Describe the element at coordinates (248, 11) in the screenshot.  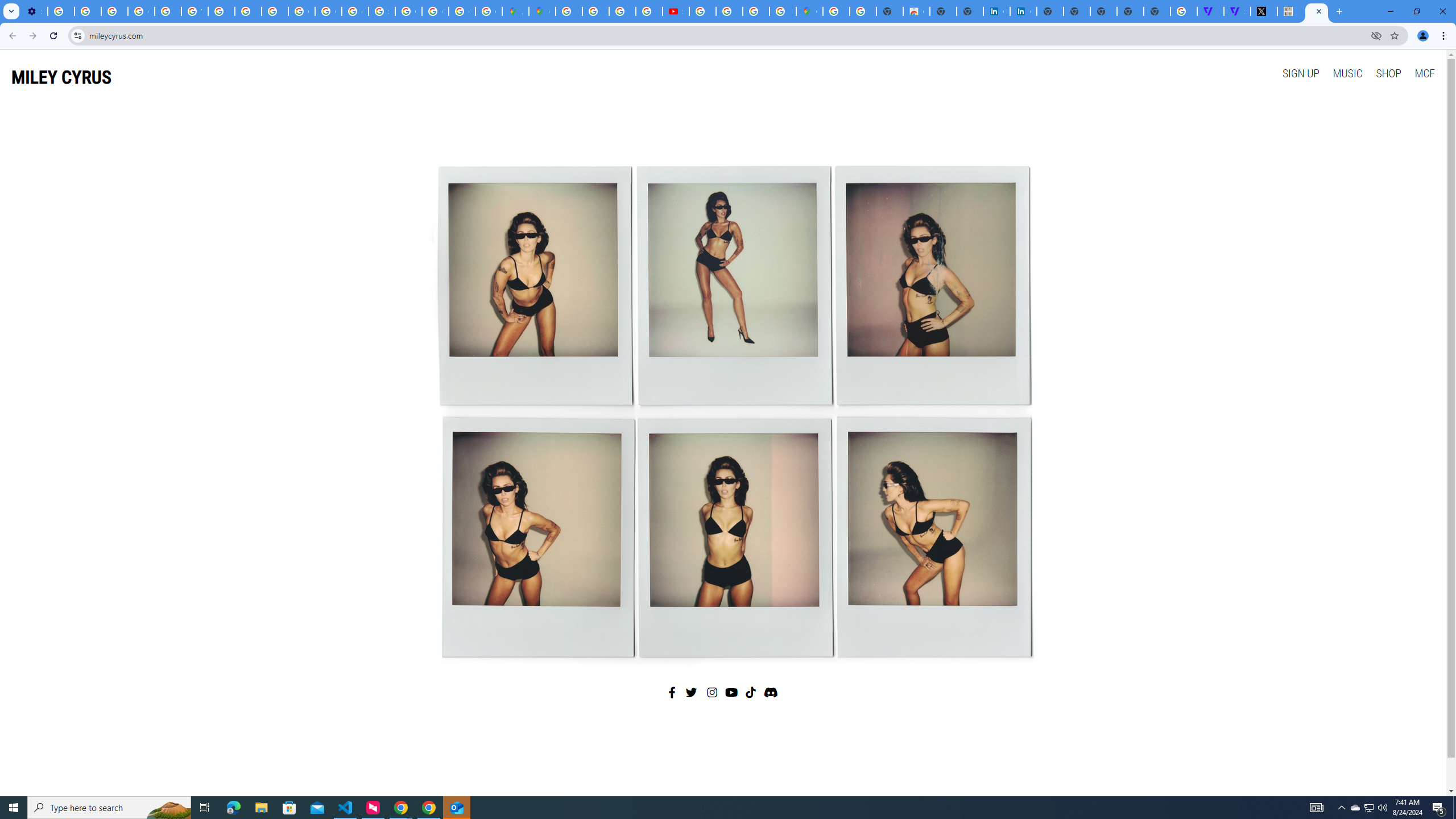
I see `'Privacy Help Center - Policies Help'` at that location.